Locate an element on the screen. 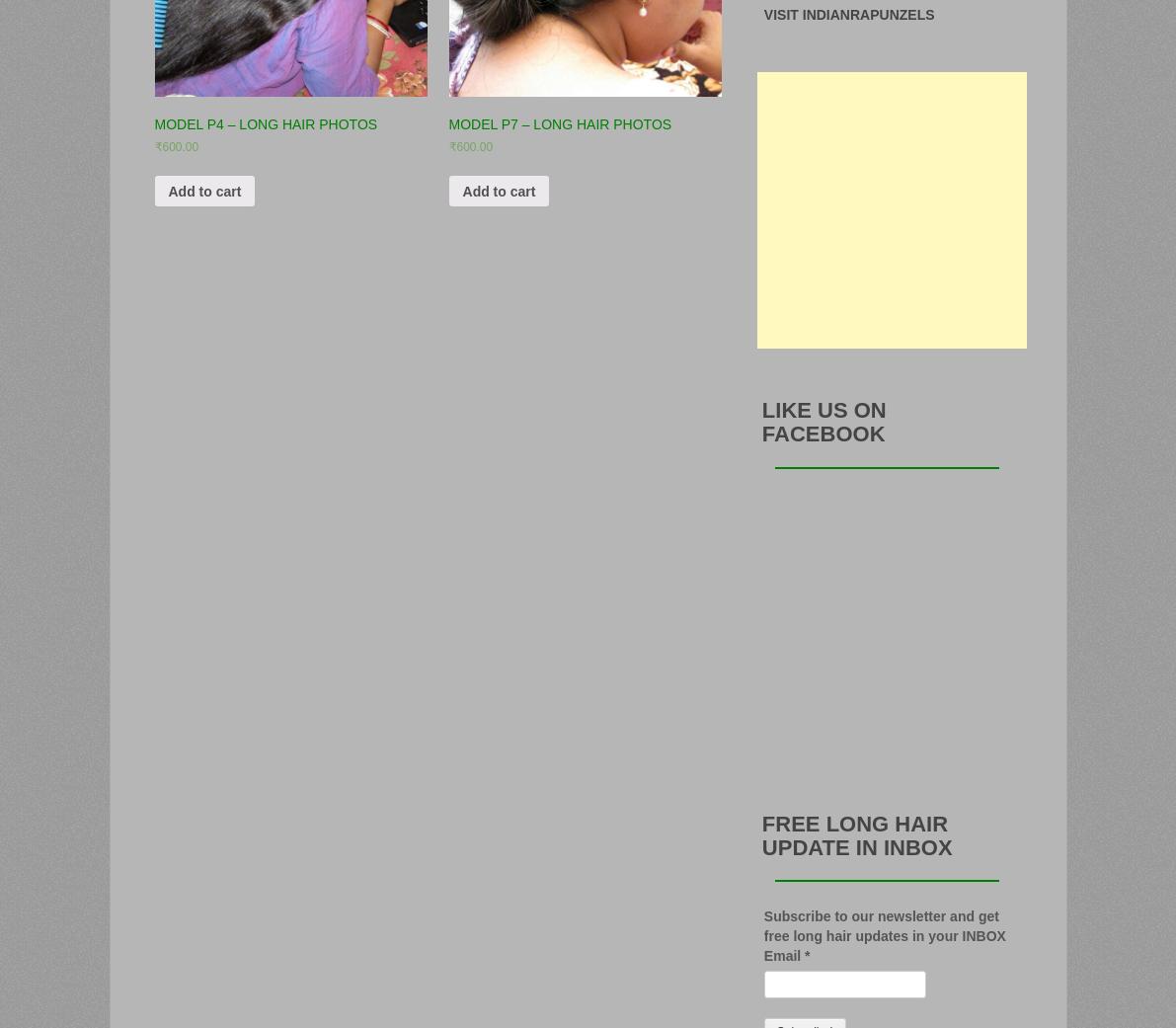 The height and width of the screenshot is (1028, 1176). 'Email' is located at coordinates (762, 954).